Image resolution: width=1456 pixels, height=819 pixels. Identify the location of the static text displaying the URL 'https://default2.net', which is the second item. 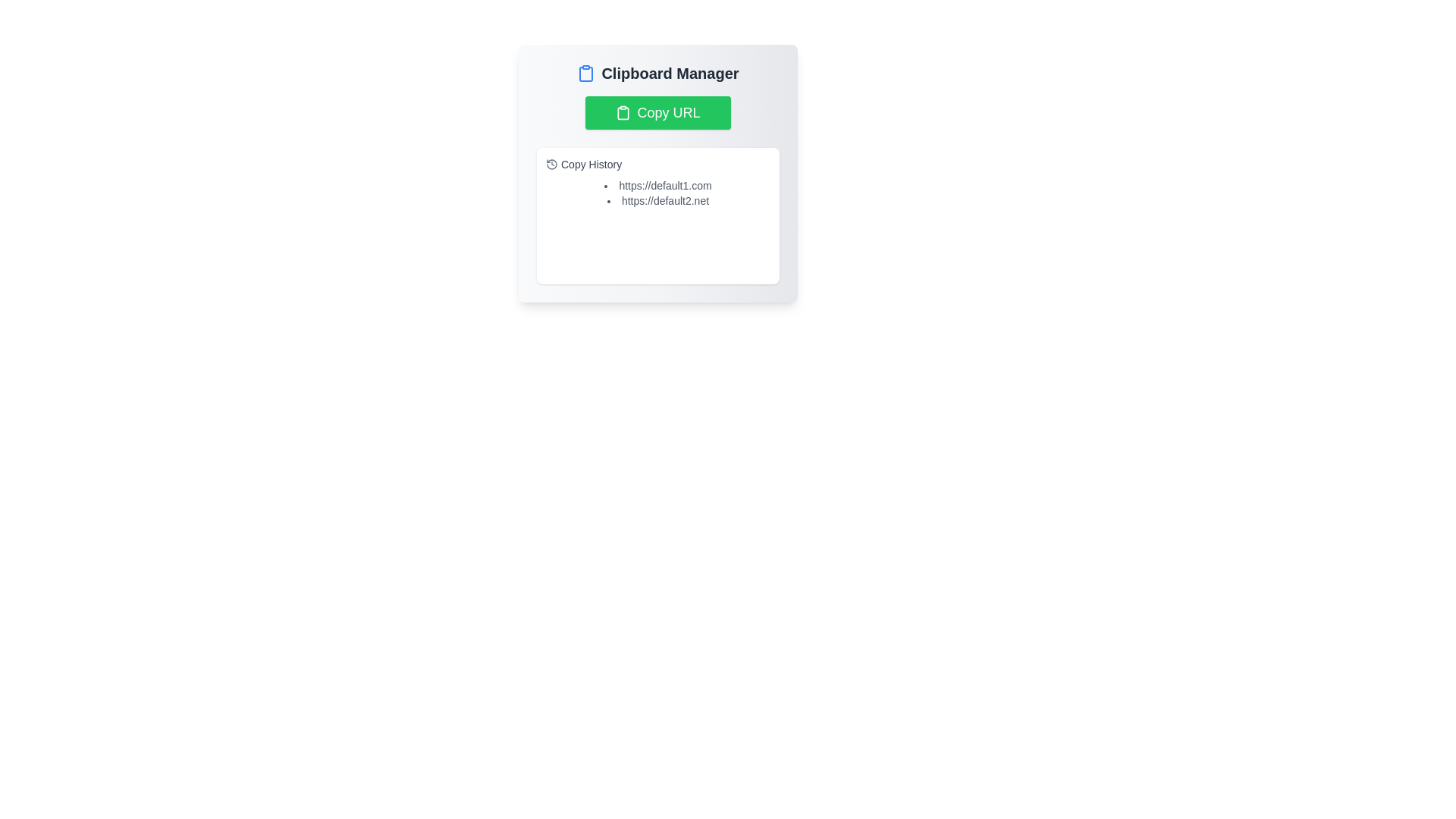
(658, 200).